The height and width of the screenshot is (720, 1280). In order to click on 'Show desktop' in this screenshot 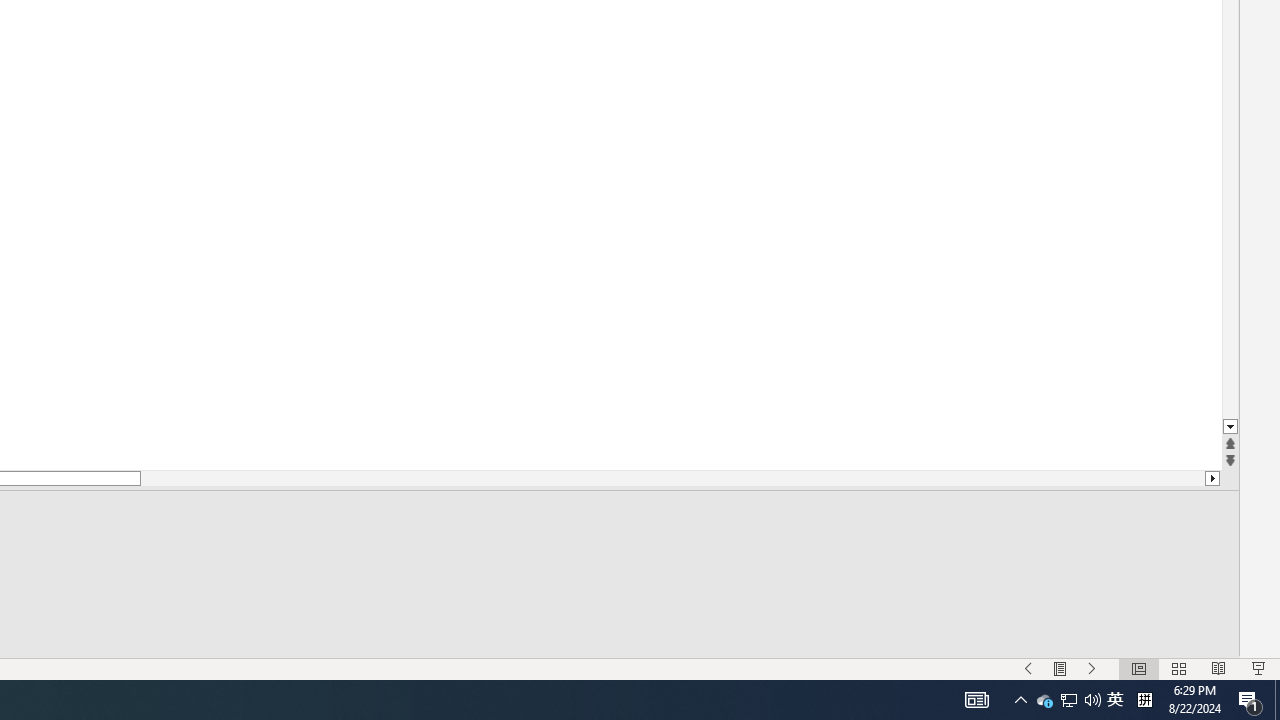, I will do `click(1276, 698)`.